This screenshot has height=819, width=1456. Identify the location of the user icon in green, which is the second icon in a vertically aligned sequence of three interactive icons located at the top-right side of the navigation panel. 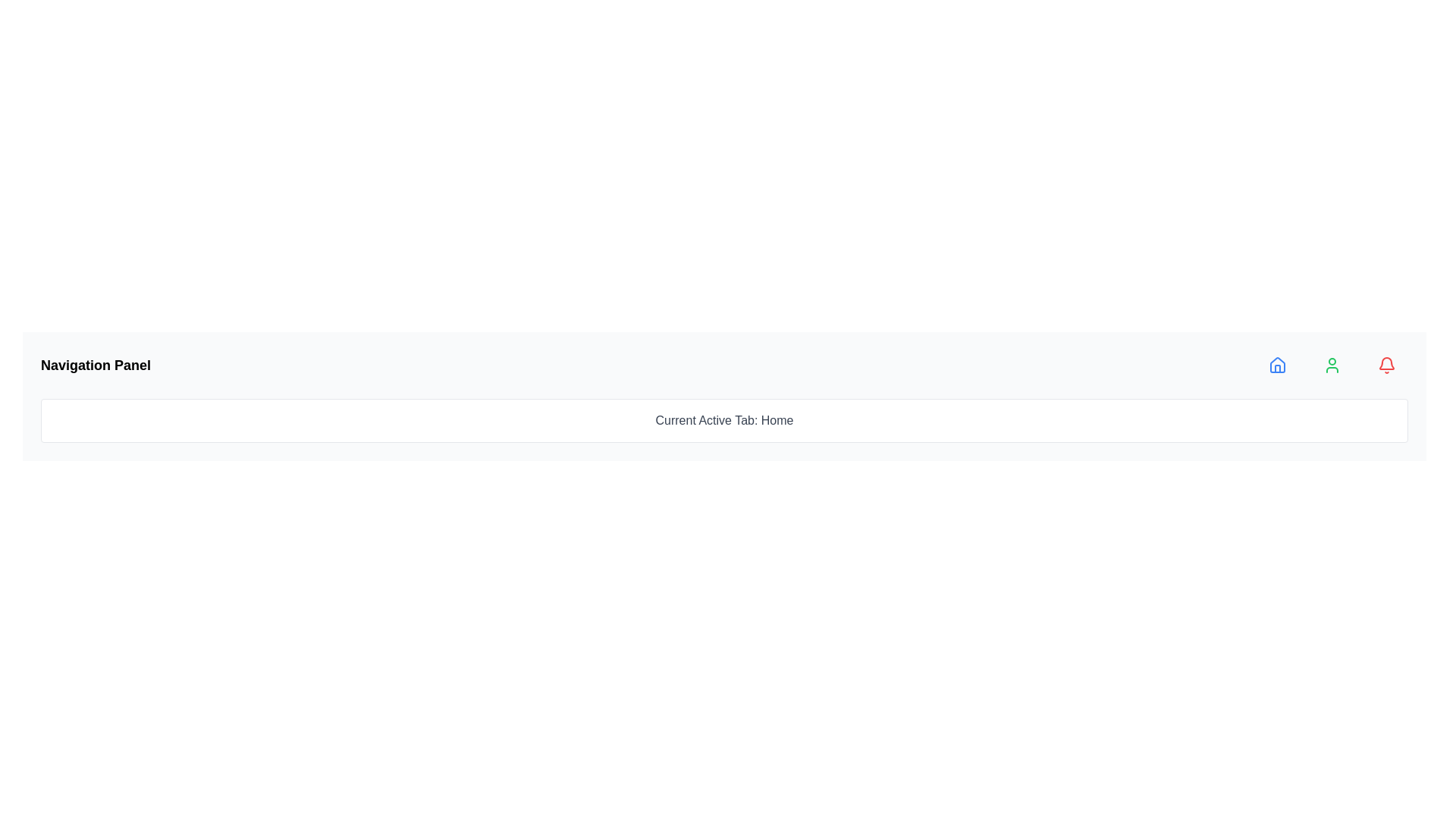
(1331, 366).